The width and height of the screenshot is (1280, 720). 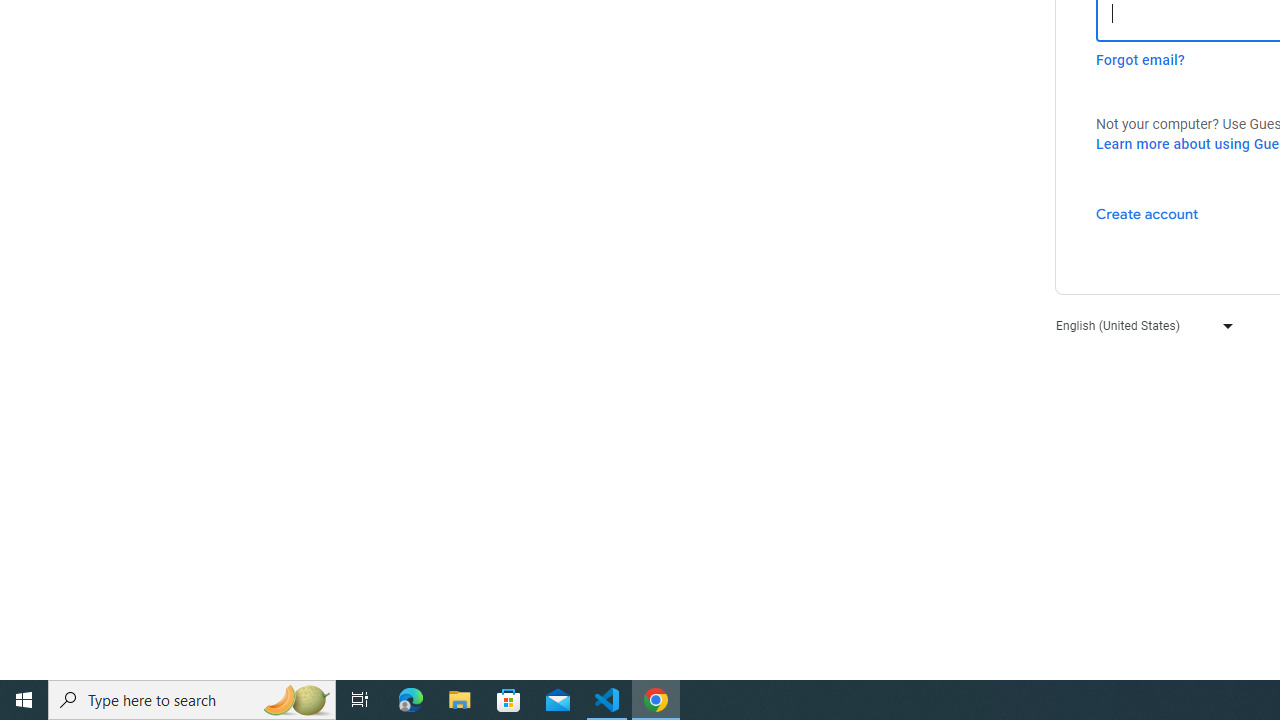 I want to click on 'Forgot email?', so click(x=1140, y=59).